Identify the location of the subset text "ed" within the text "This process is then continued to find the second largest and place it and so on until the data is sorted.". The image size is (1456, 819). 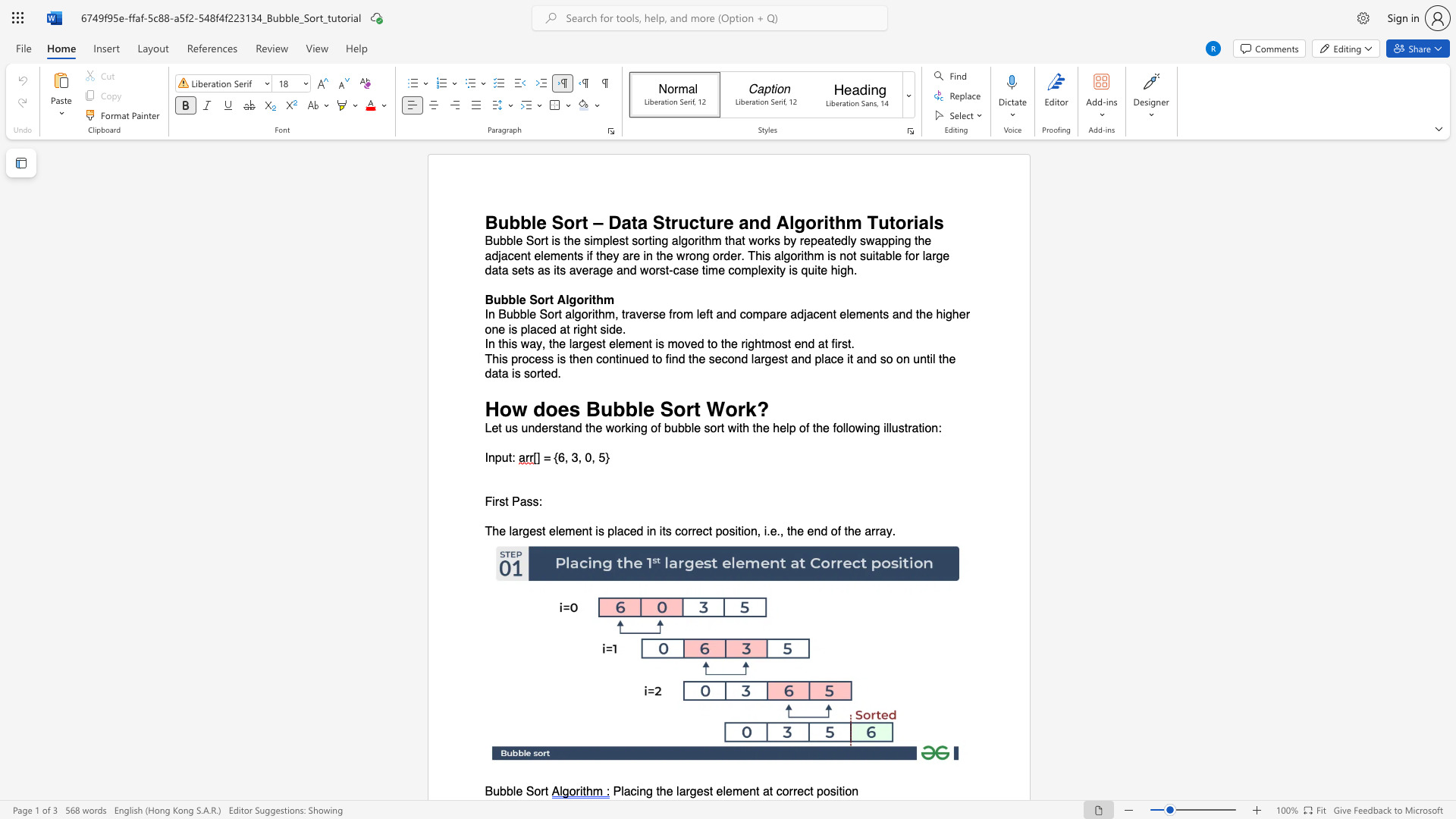
(544, 374).